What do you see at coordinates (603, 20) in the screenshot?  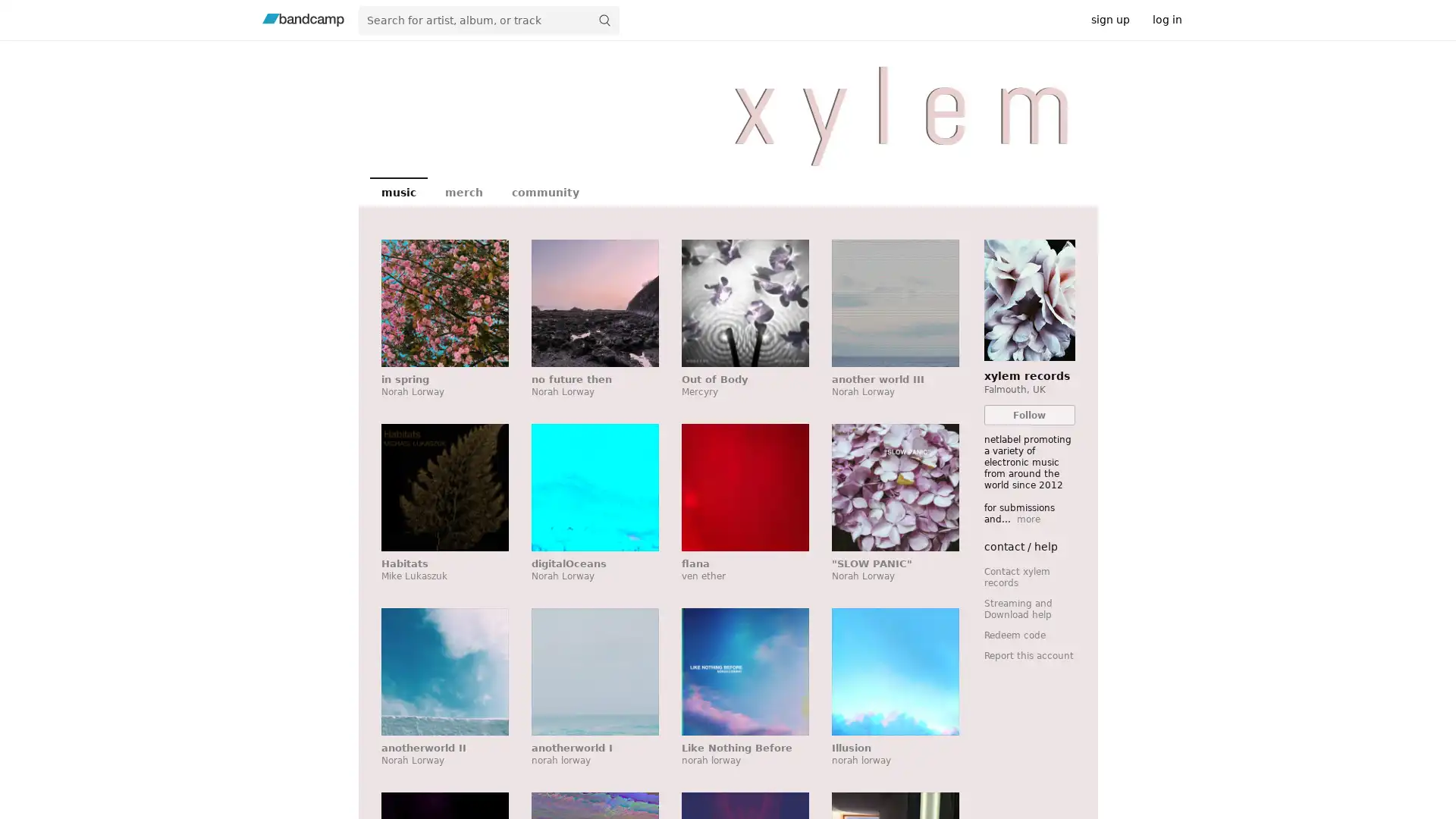 I see `submit for full search page` at bounding box center [603, 20].